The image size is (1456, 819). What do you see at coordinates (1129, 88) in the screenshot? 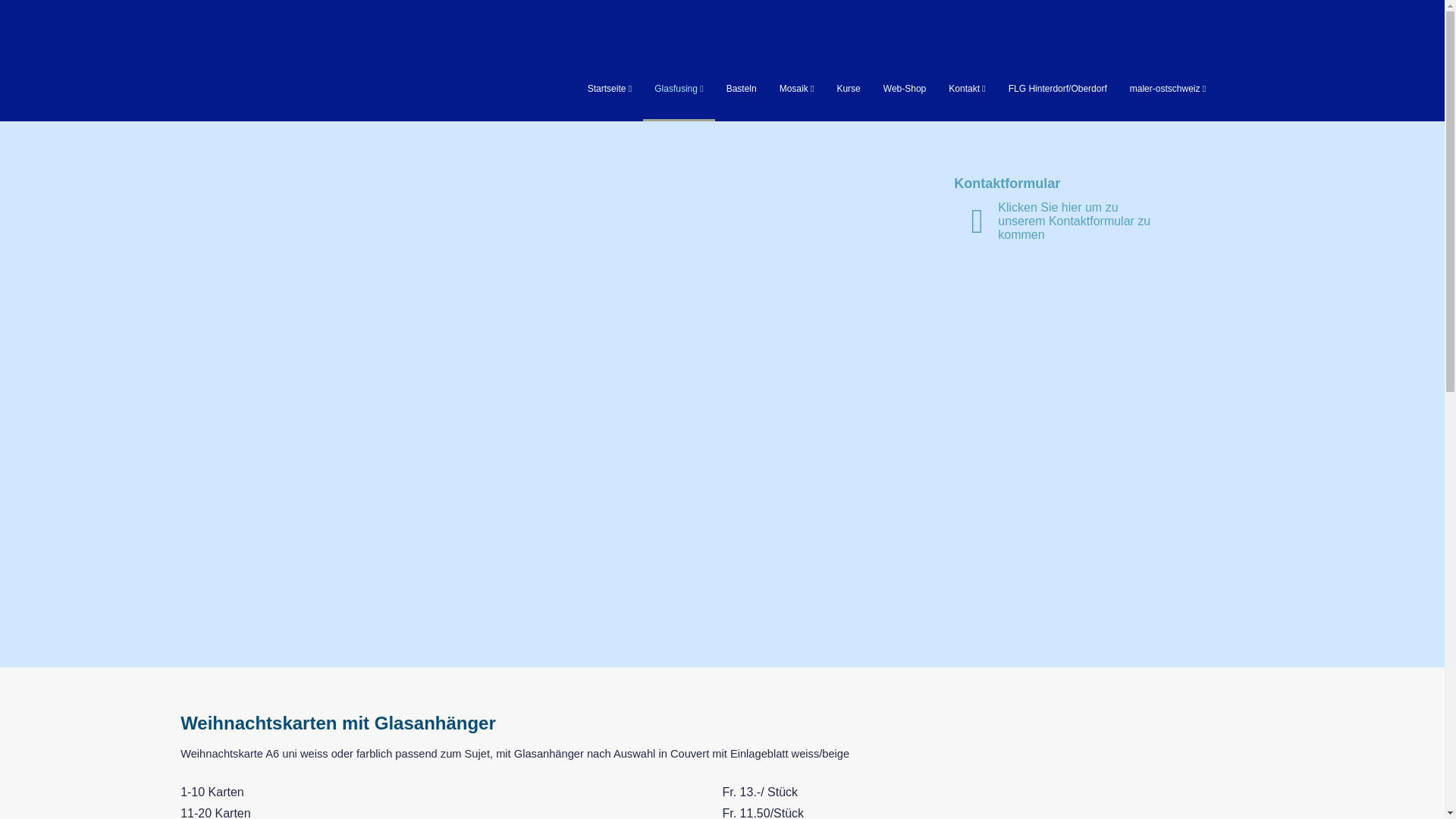
I see `'maler-ostschweiz'` at bounding box center [1129, 88].